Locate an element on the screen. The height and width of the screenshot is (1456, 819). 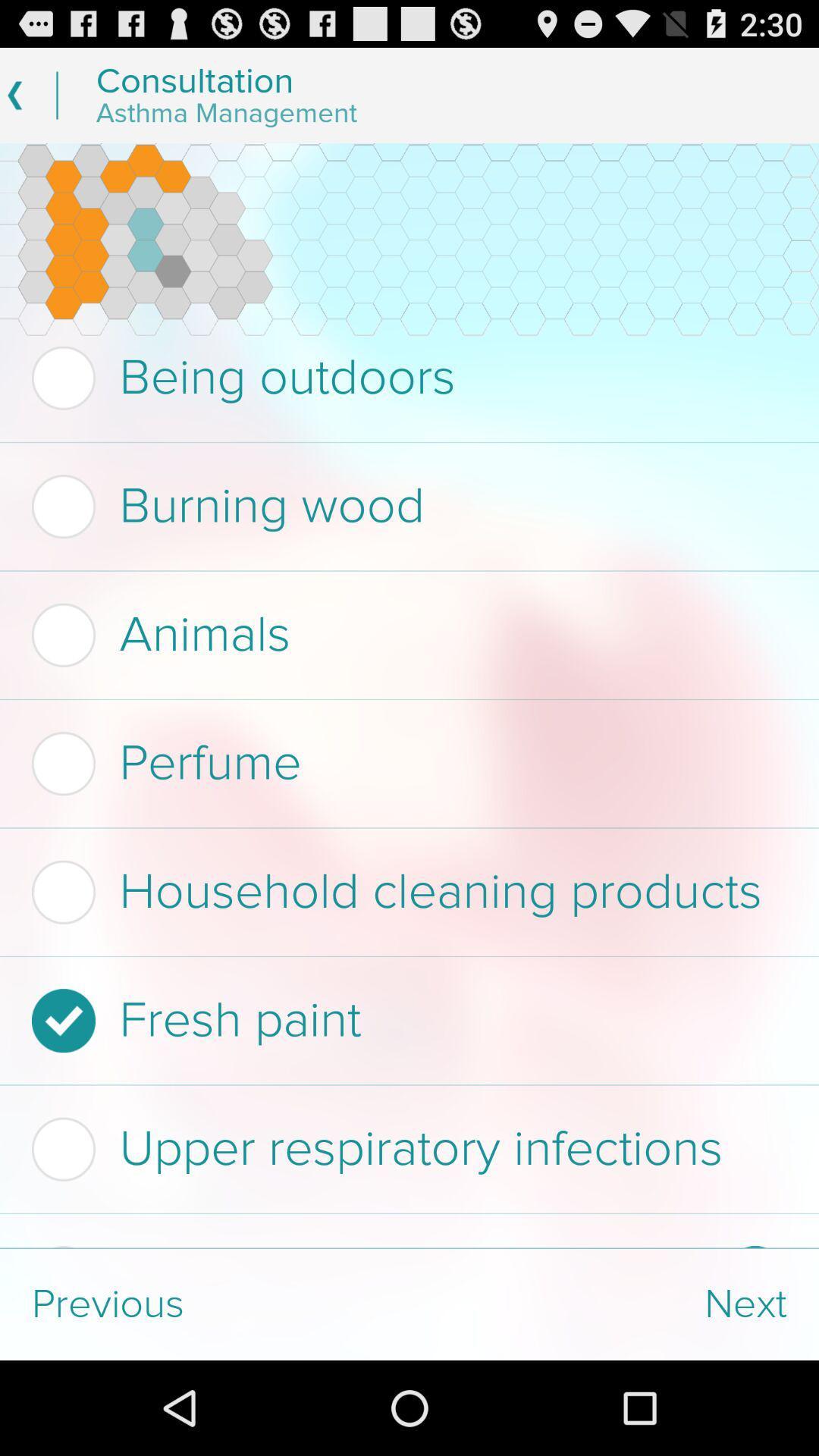
sulfites in food checkbox is located at coordinates (373, 1247).